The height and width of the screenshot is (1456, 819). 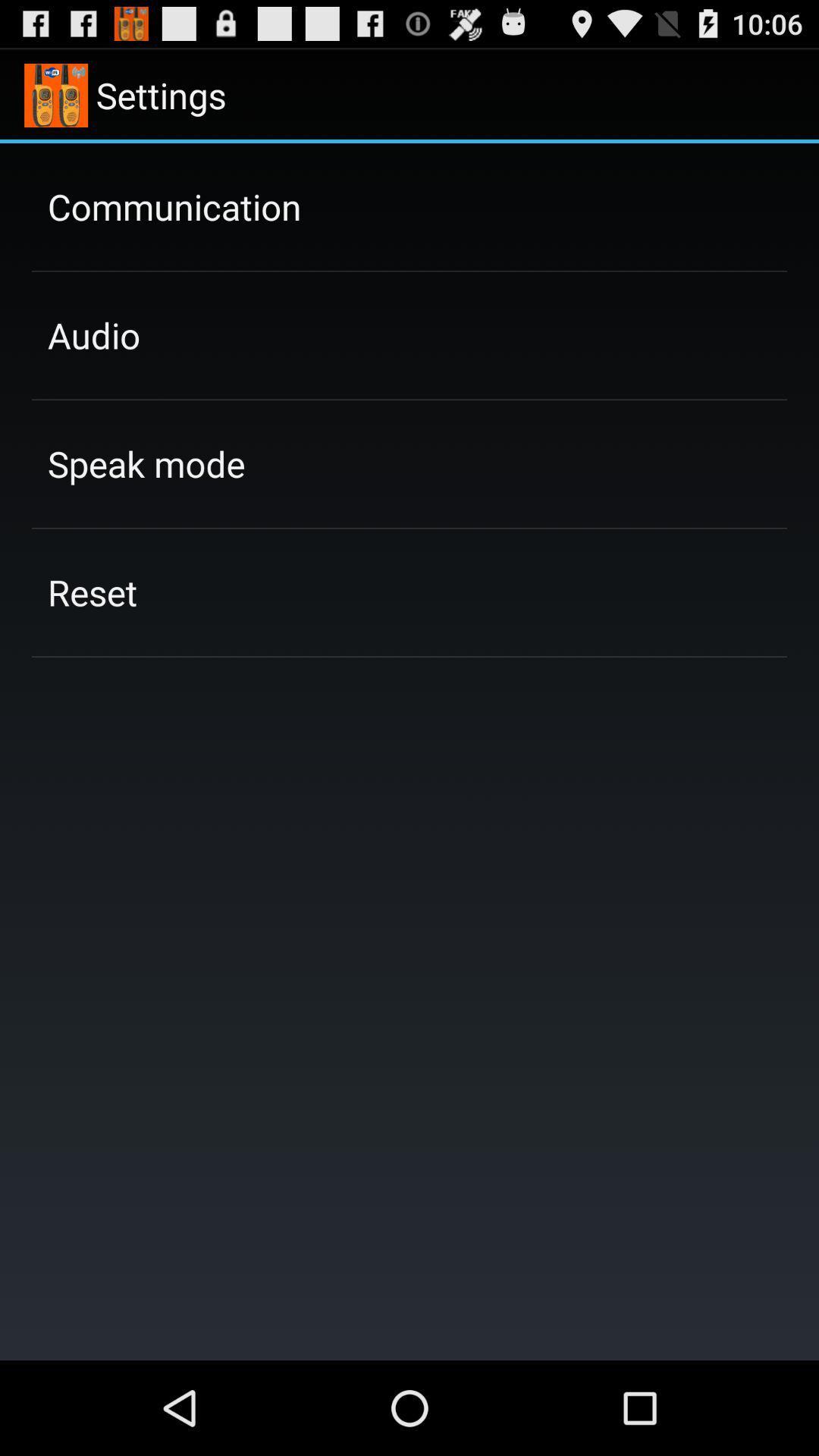 I want to click on item below audio app, so click(x=146, y=463).